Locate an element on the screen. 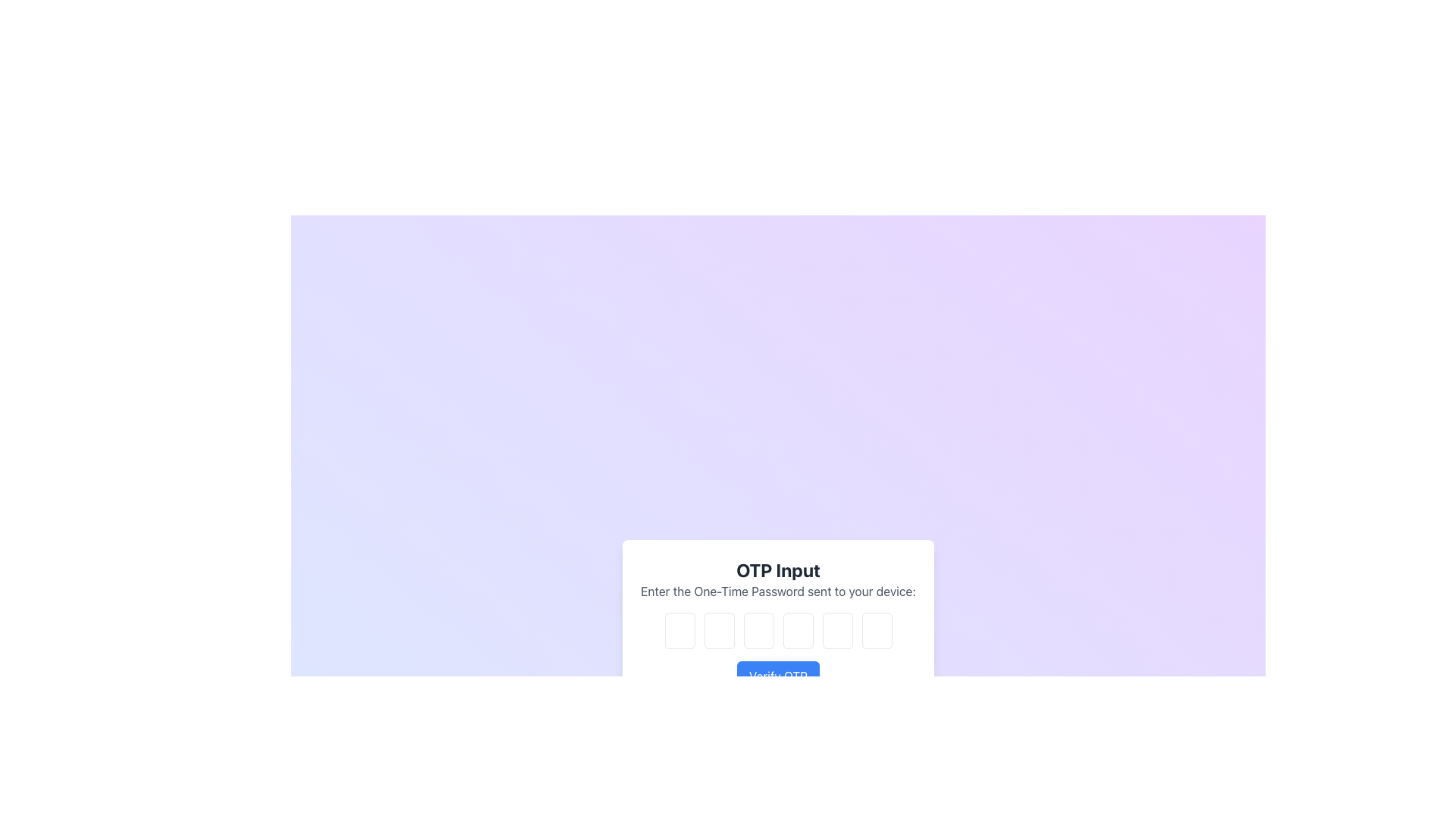 The width and height of the screenshot is (1456, 819). the submit button for OTP verification, located at the bottom of the OTP input form card is located at coordinates (778, 675).